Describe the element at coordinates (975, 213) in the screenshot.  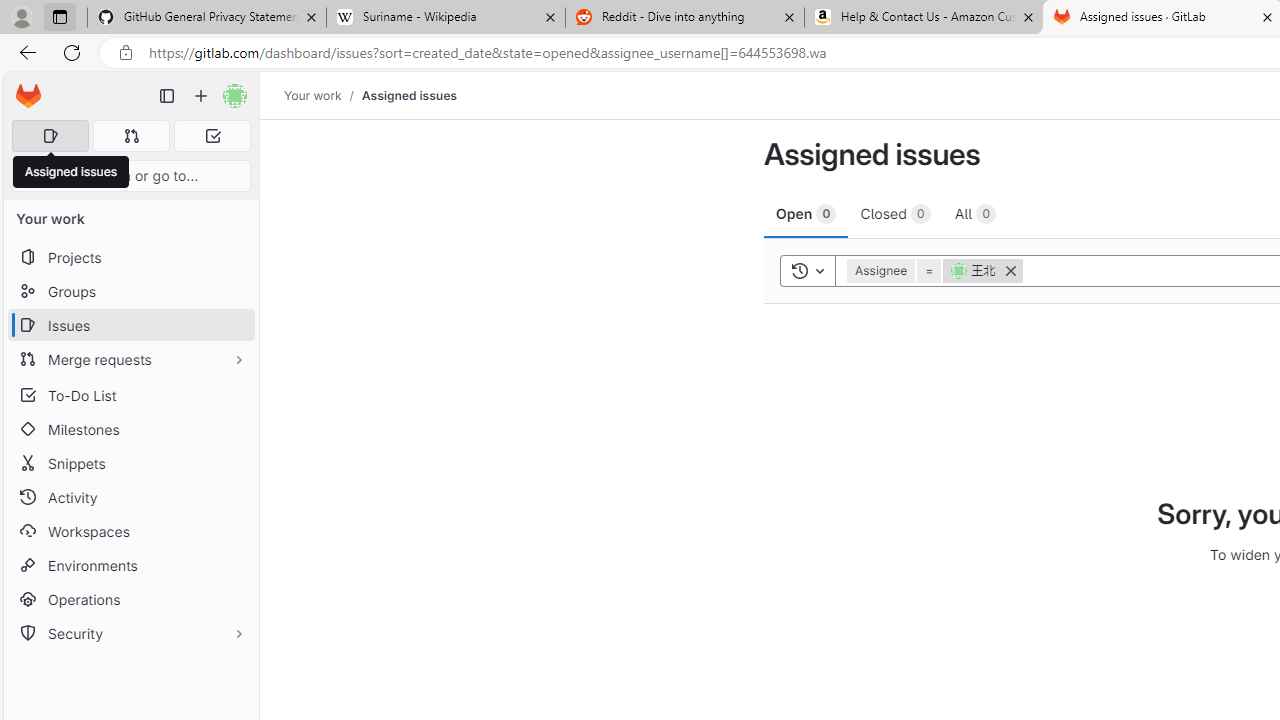
I see `'All 0'` at that location.